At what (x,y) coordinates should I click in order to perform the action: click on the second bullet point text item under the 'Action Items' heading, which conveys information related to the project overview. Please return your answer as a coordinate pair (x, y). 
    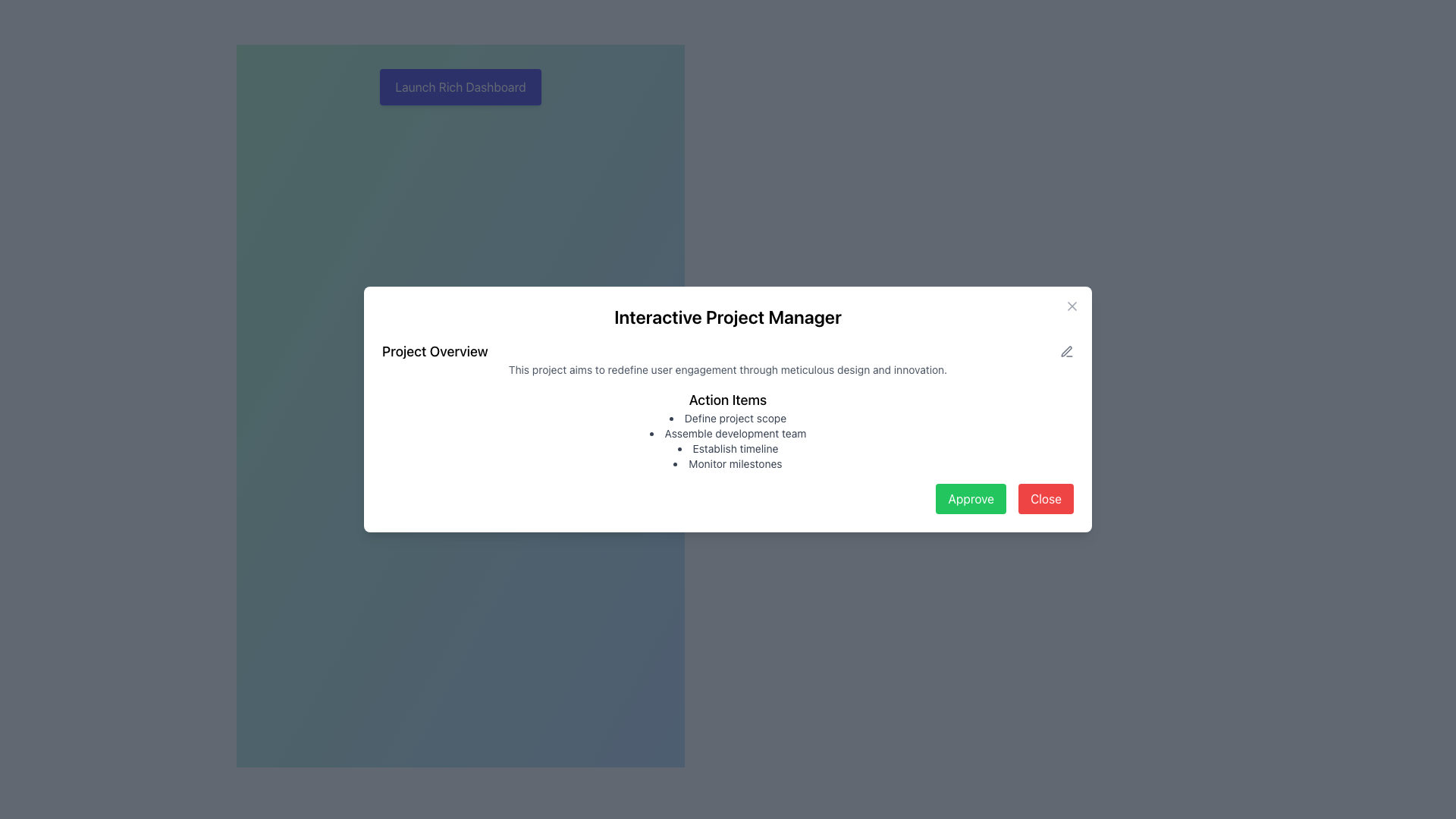
    Looking at the image, I should click on (728, 433).